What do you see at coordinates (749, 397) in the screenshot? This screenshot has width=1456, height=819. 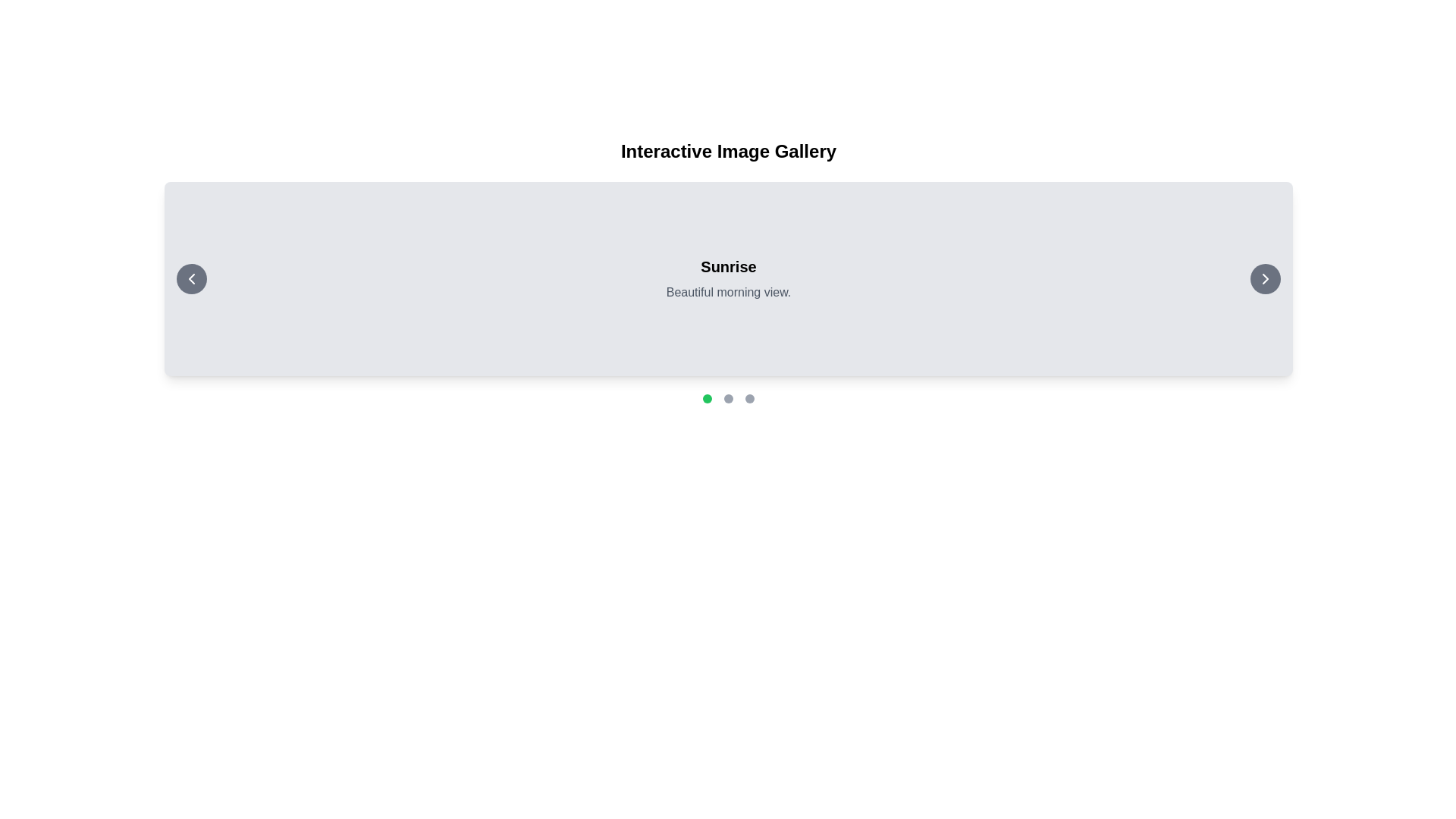 I see `the rightmost circular button with a gray background, located below the main content section among three similar buttons` at bounding box center [749, 397].